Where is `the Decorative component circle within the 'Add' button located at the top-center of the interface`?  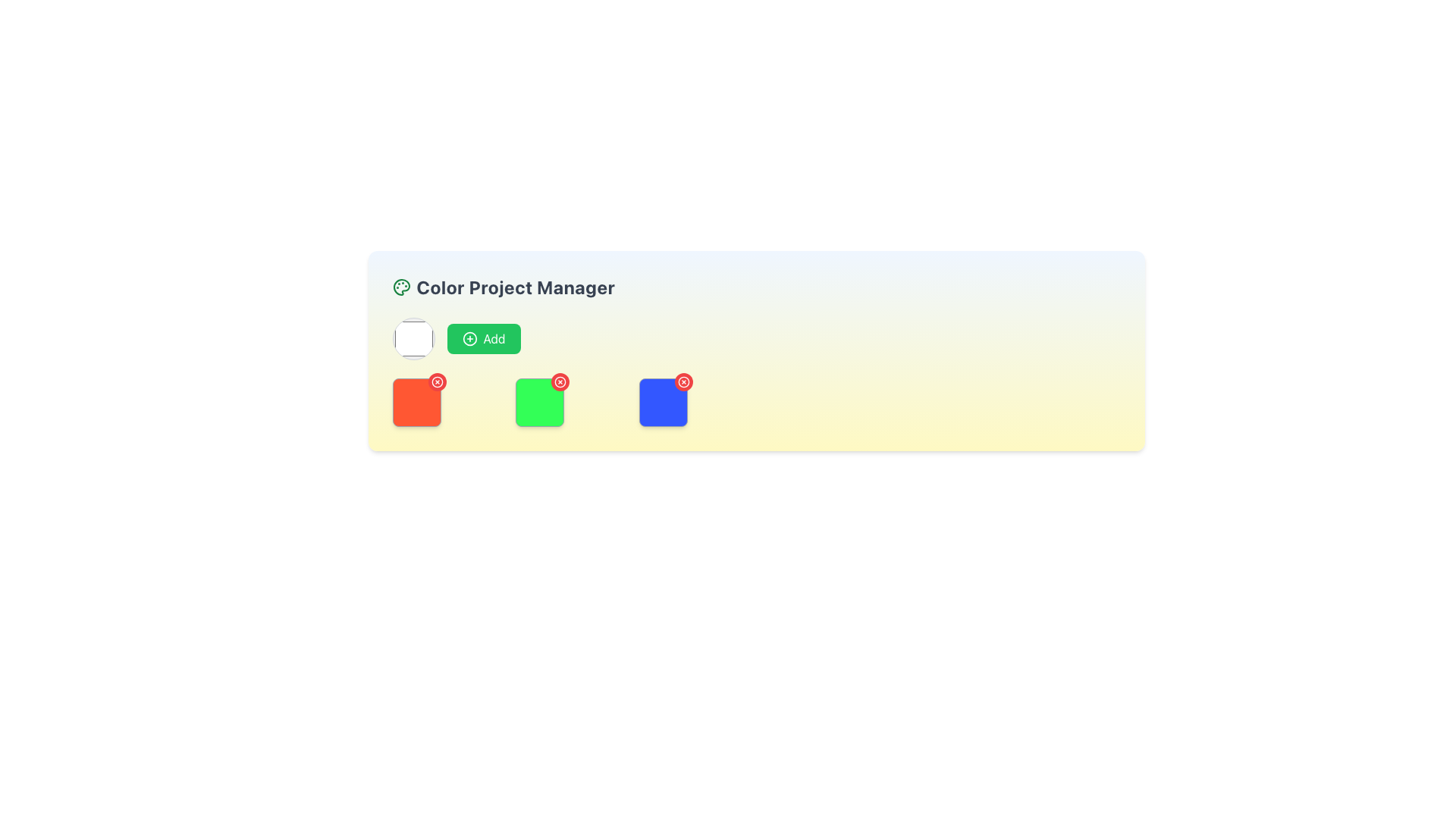
the Decorative component circle within the 'Add' button located at the top-center of the interface is located at coordinates (469, 338).